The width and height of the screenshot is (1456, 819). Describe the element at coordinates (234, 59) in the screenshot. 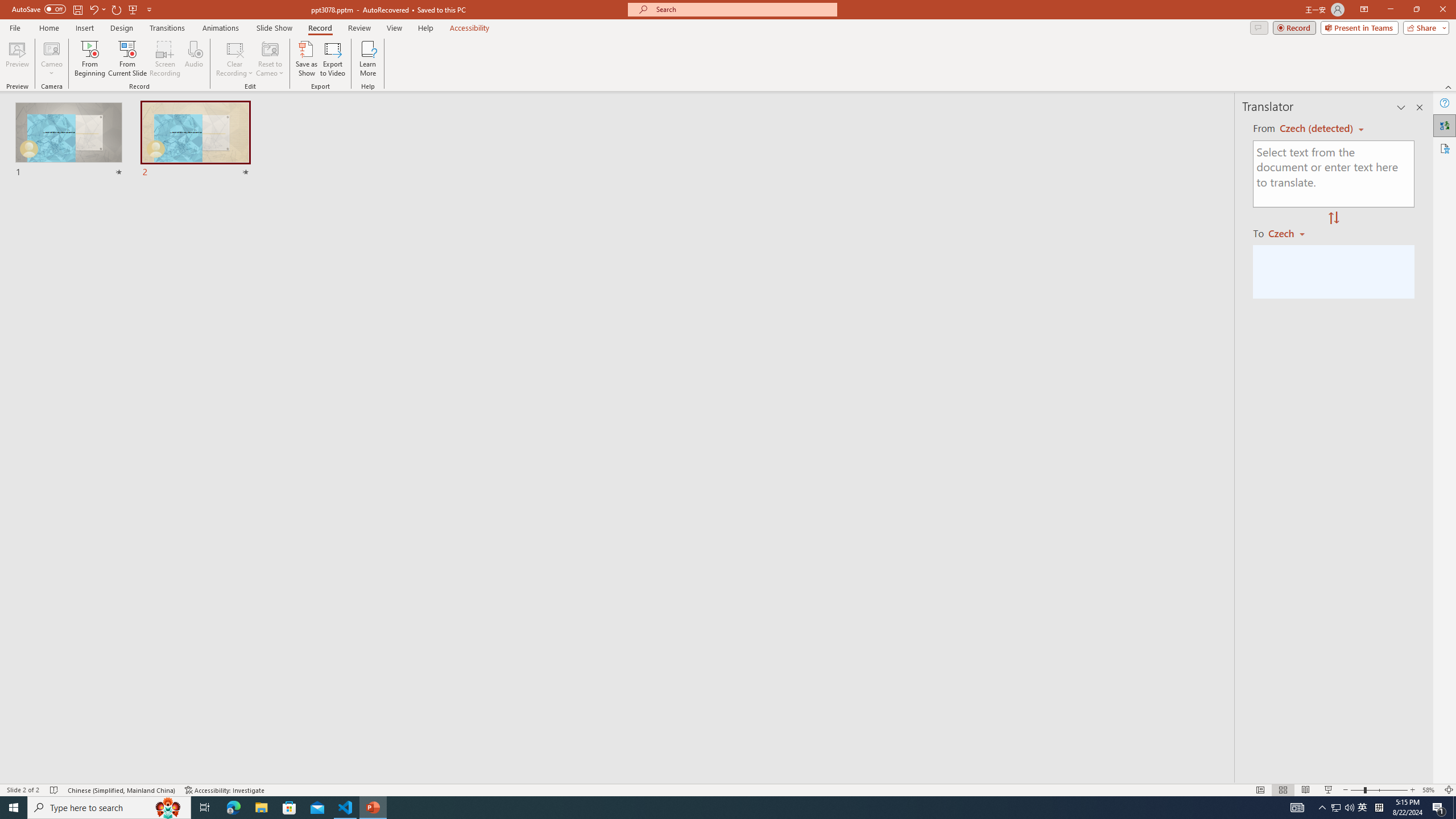

I see `'Clear Recording'` at that location.